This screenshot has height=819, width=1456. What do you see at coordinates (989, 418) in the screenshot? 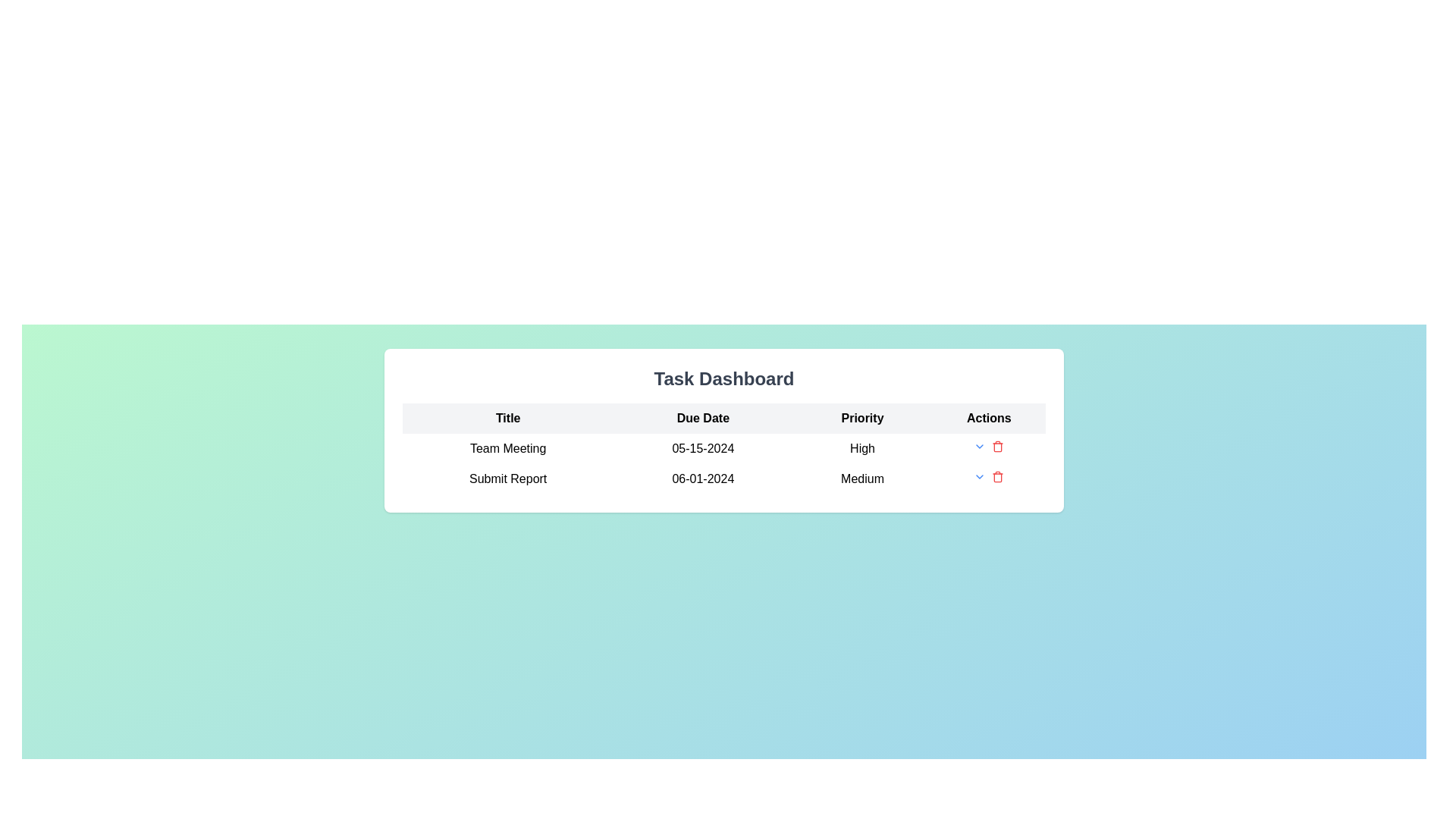
I see `the static text element serving as the header for the 'Actions' column, positioned to the far-right of the table, after the 'Priority' column header` at bounding box center [989, 418].